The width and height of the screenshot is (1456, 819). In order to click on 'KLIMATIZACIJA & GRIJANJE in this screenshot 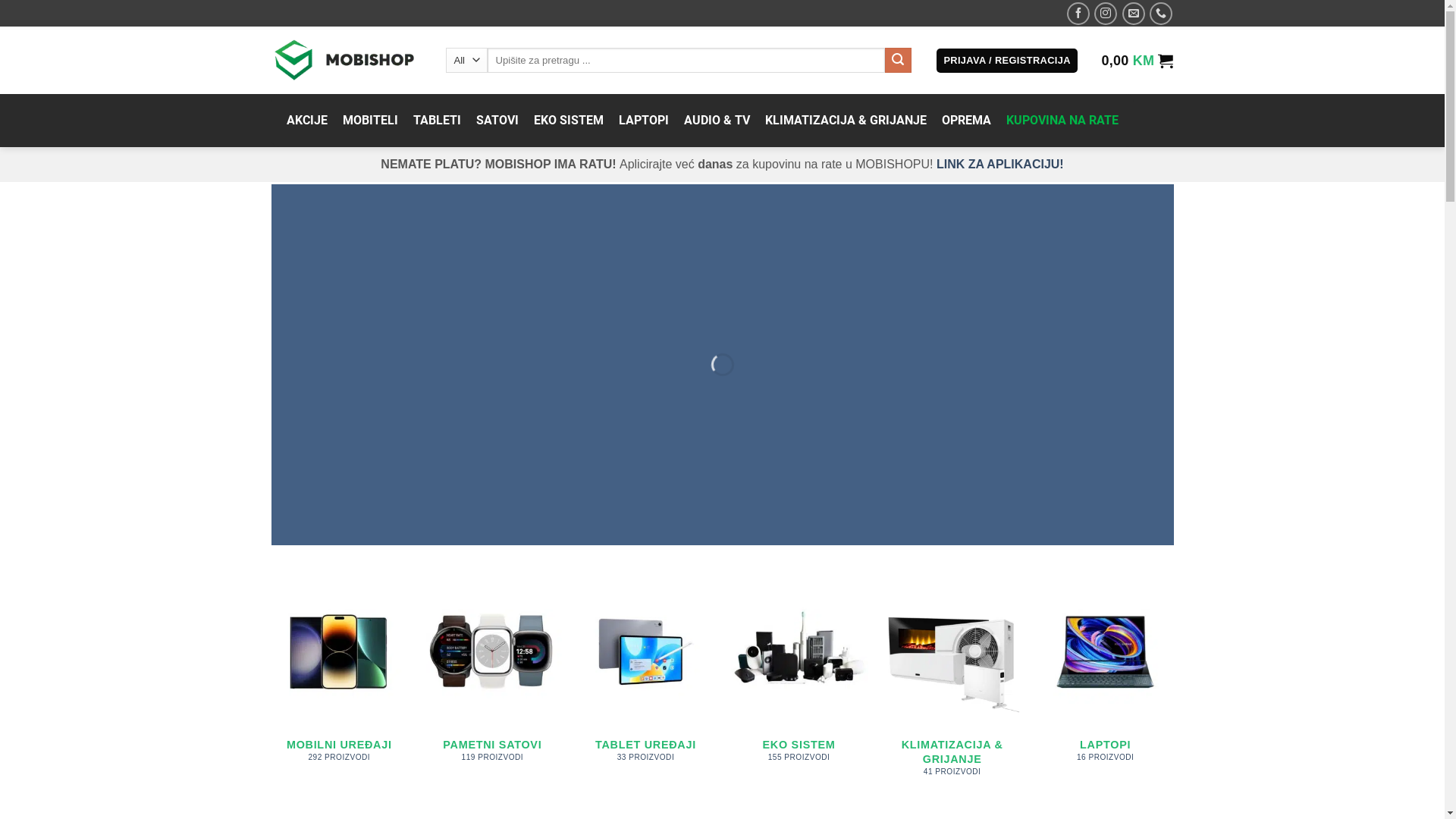, I will do `click(950, 685)`.